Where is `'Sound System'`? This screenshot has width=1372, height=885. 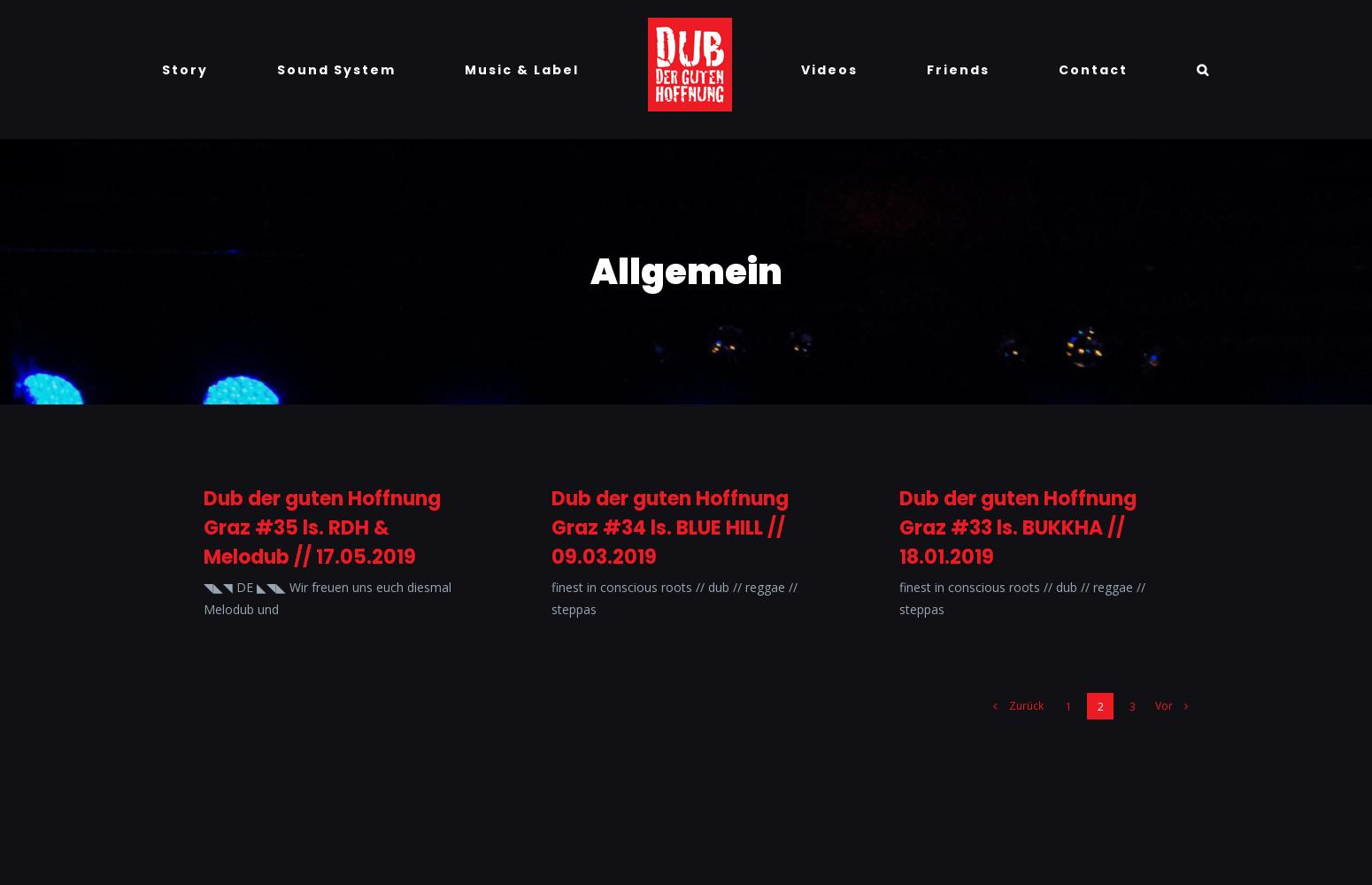
'Sound System' is located at coordinates (335, 68).